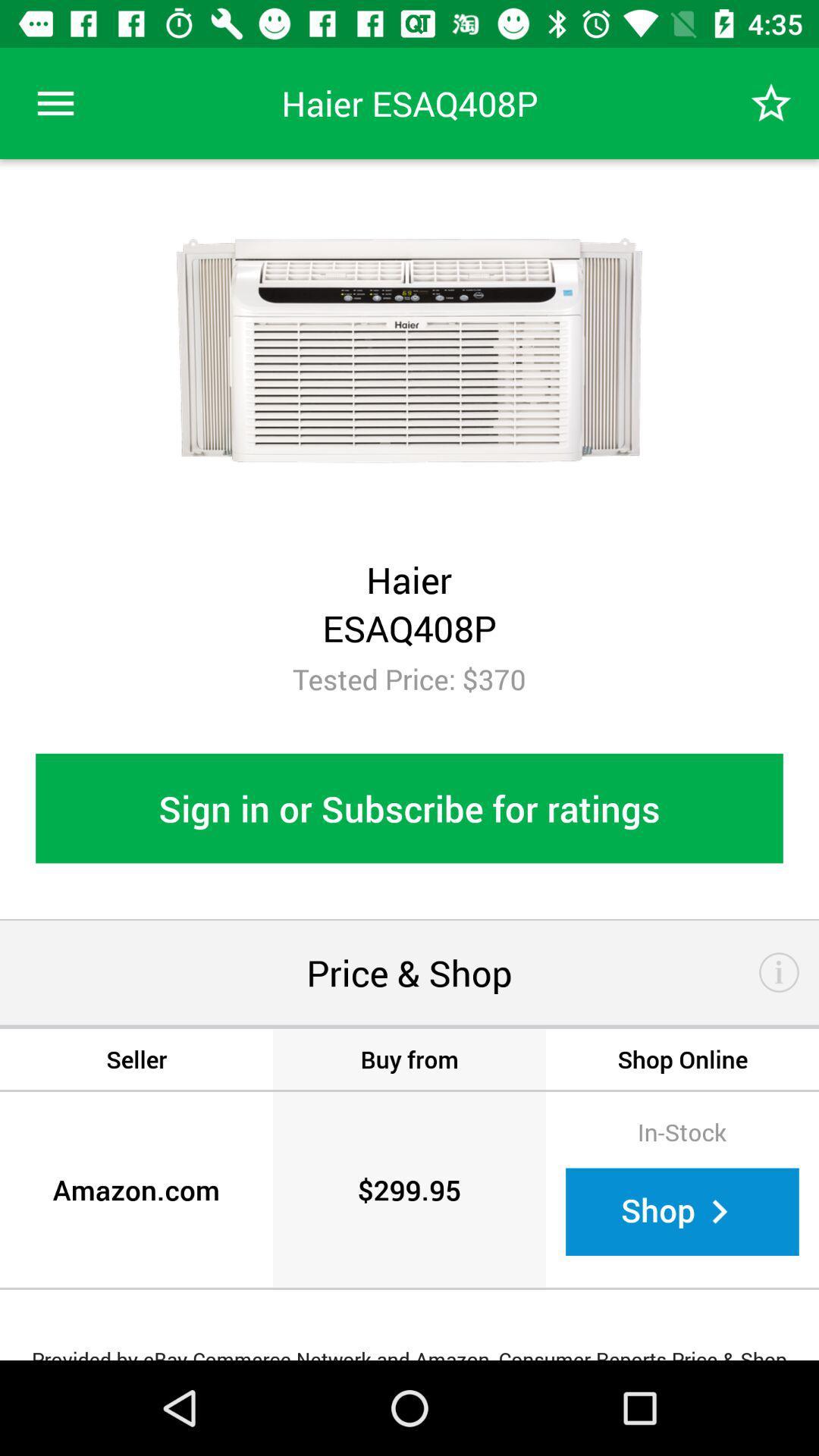 This screenshot has width=819, height=1456. What do you see at coordinates (55, 102) in the screenshot?
I see `the item to the left of the haier esaq408p` at bounding box center [55, 102].